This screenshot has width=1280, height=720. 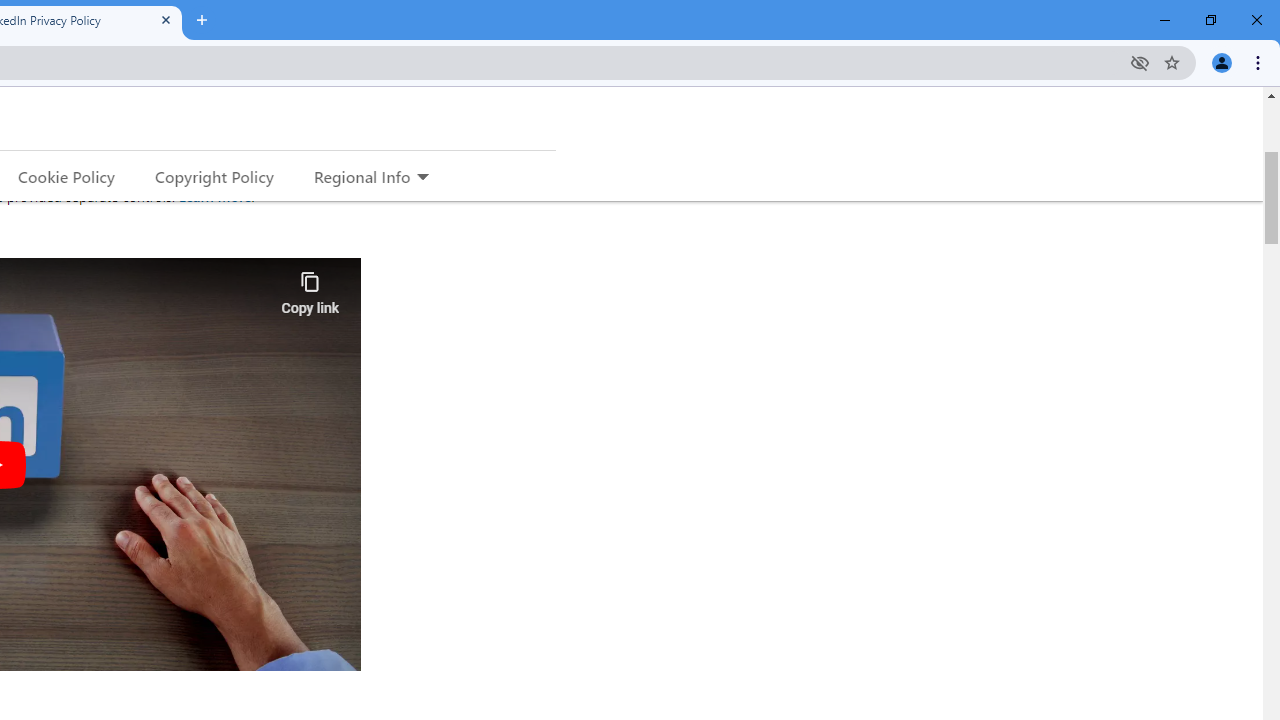 What do you see at coordinates (66, 175) in the screenshot?
I see `'Cookie Policy'` at bounding box center [66, 175].